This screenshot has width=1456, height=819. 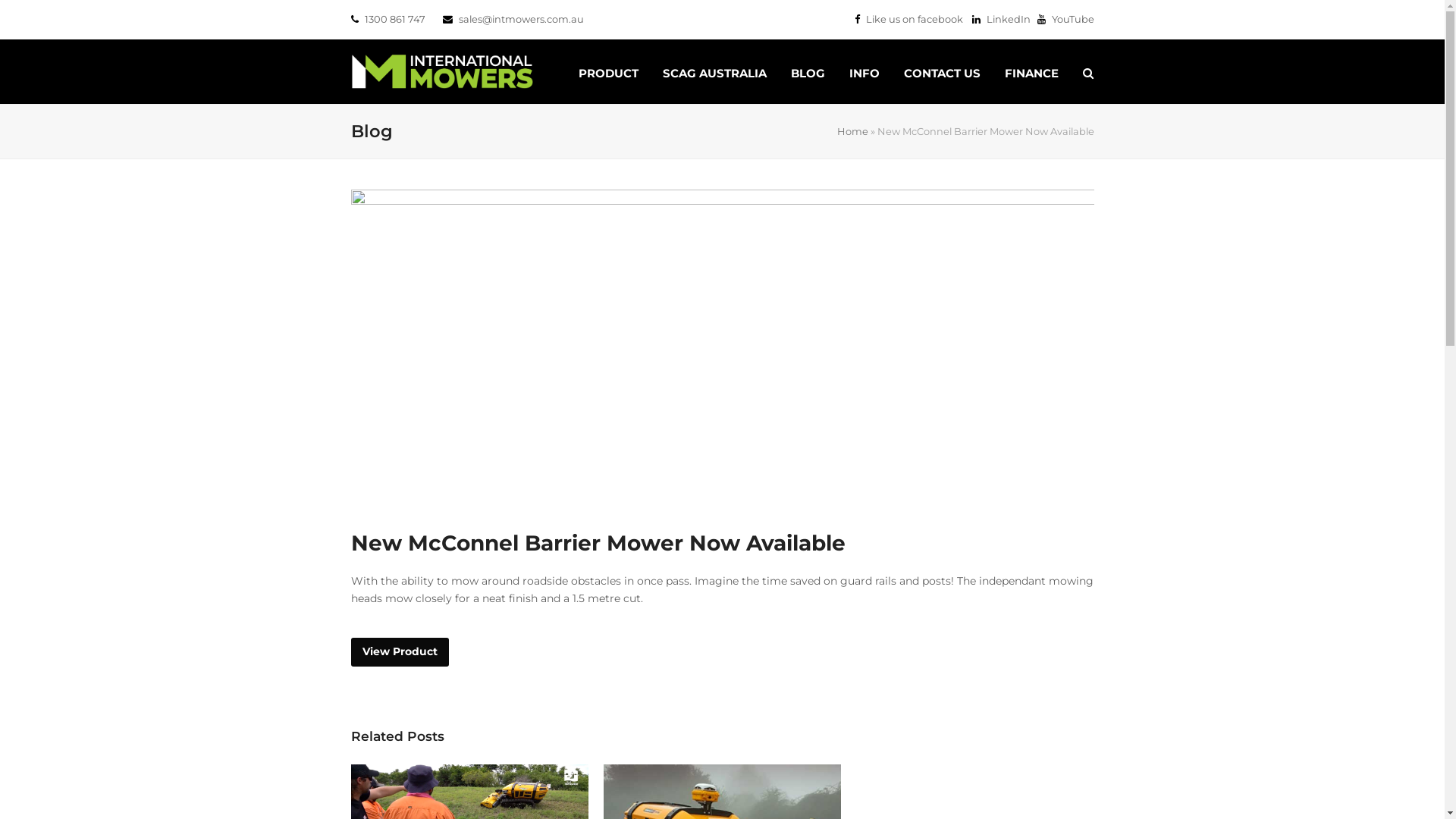 I want to click on 'Like us on facebook', so click(x=908, y=18).